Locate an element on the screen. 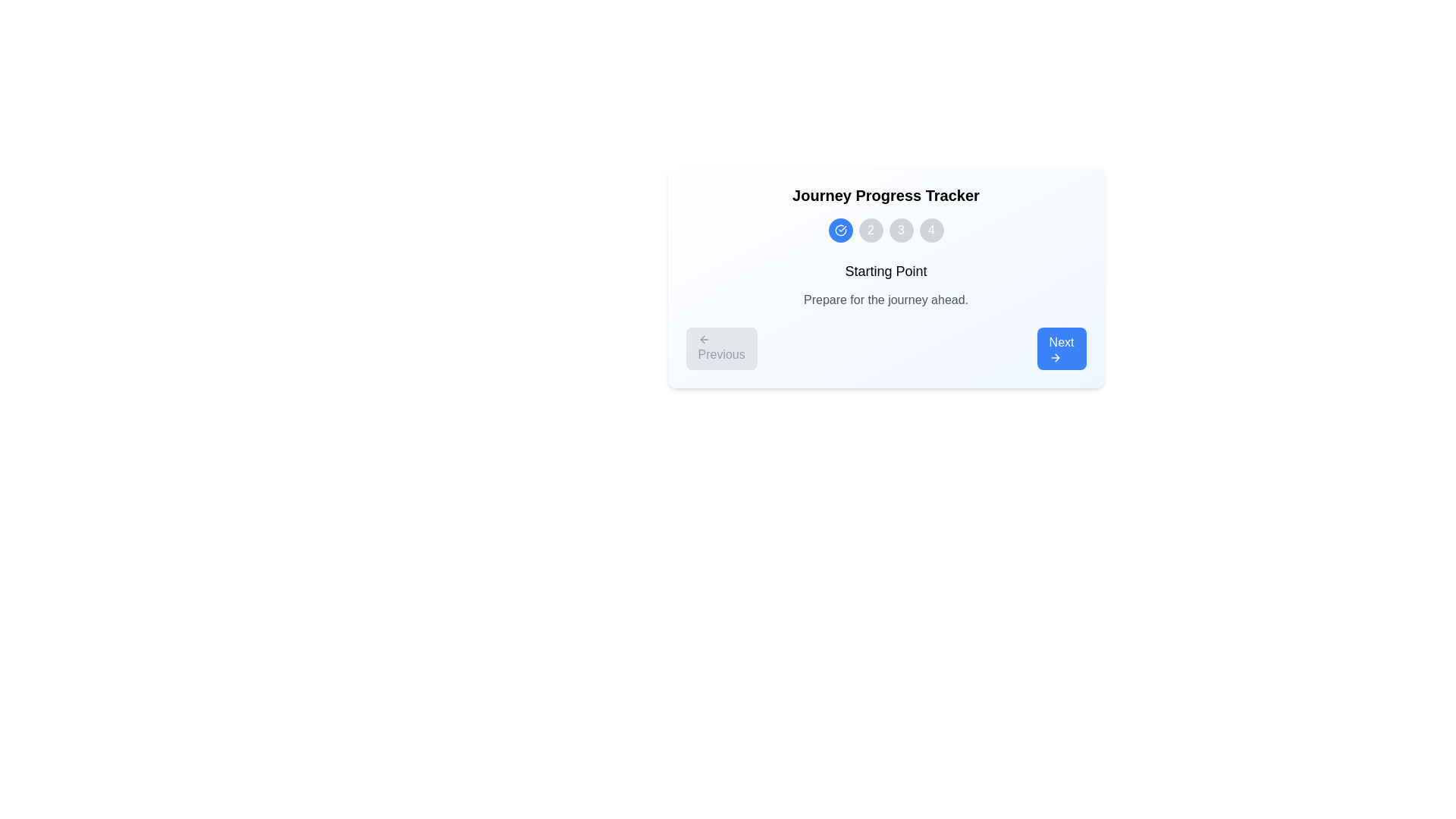  the leftward arrow icon within the 'Previous' button located at the lower-left section of the card-like interface is located at coordinates (703, 338).